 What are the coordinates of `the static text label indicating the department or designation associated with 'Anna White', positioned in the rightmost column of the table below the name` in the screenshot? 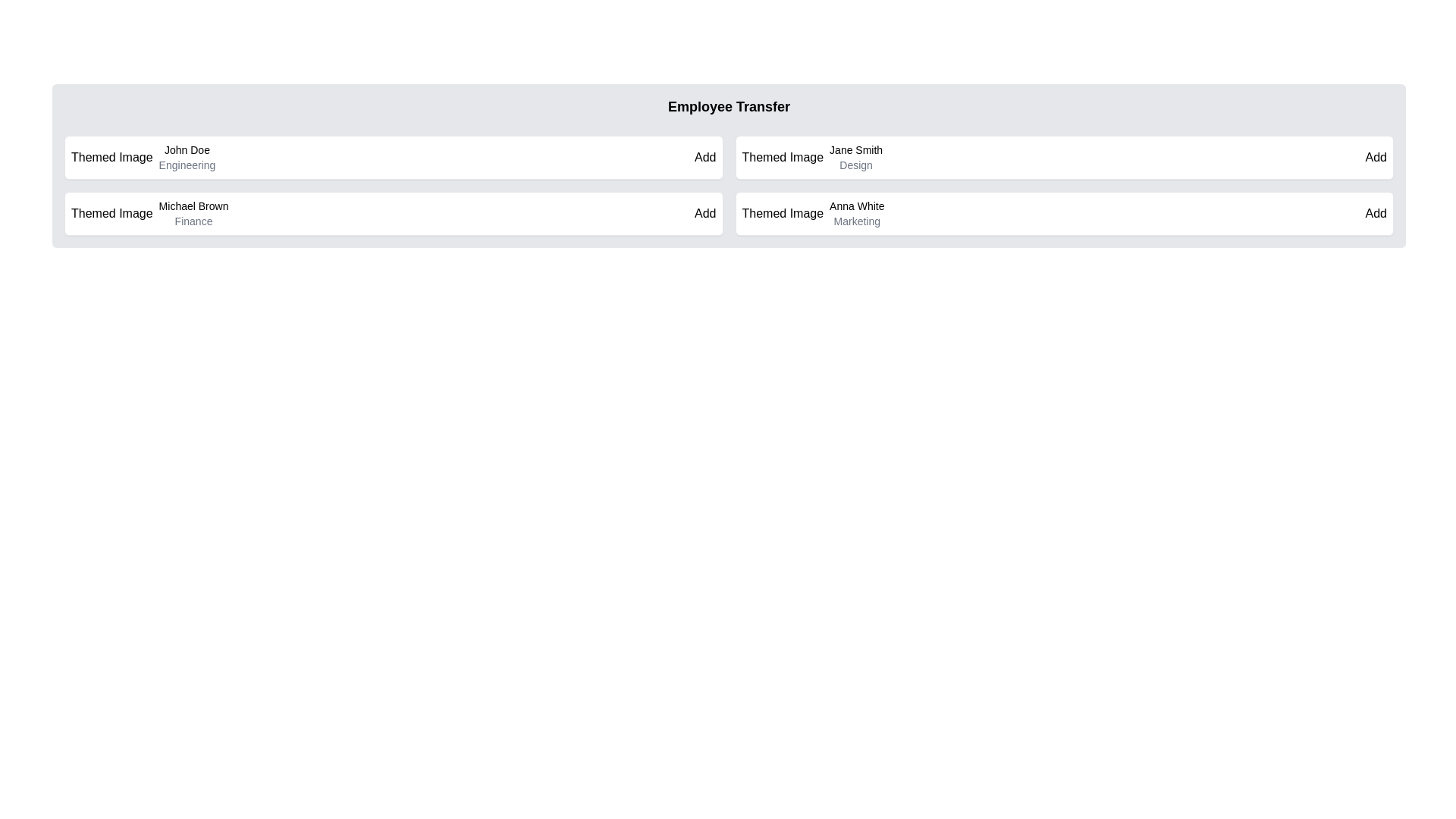 It's located at (857, 221).